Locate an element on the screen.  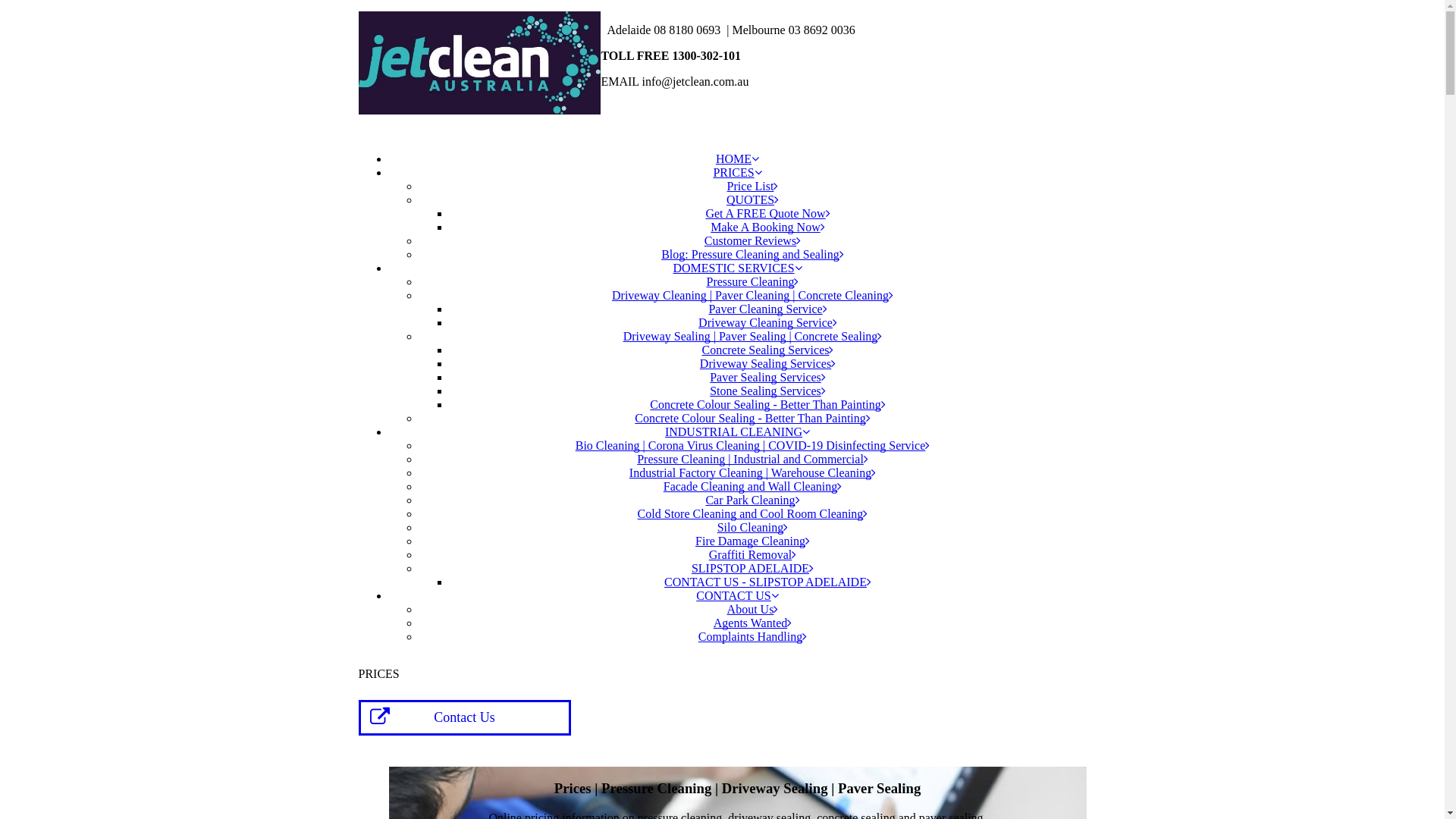
'Driveway Cleaning Service' is located at coordinates (767, 322).